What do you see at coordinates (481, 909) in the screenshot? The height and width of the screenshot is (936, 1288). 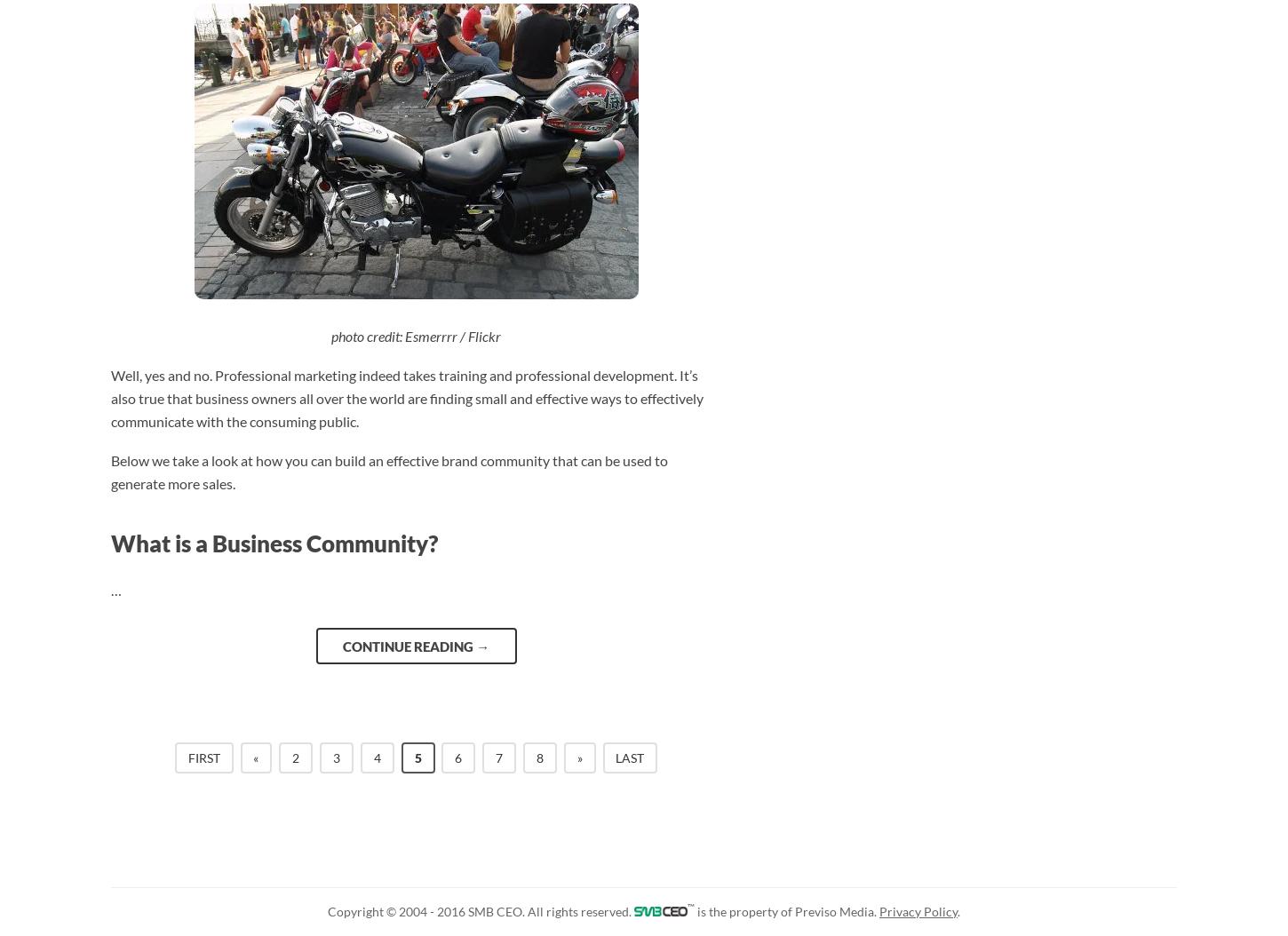 I see `'Copyright © 2004 - 2016 SMB CEO. All rights reserved.'` at bounding box center [481, 909].